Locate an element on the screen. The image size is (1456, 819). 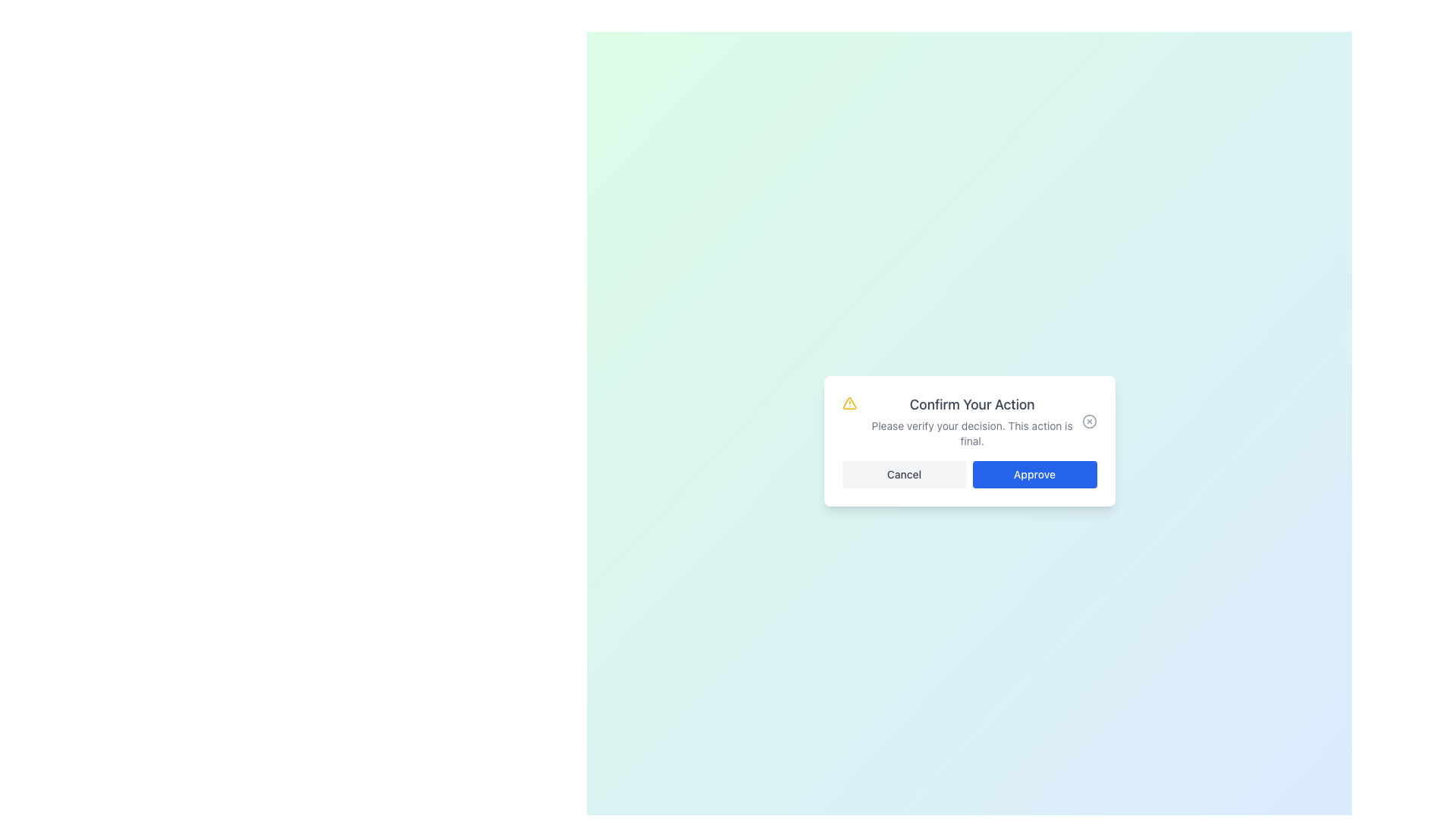
notification text located in the top section of the modal dialog box, positioned to the left of the close icon and above the action buttons is located at coordinates (961, 421).